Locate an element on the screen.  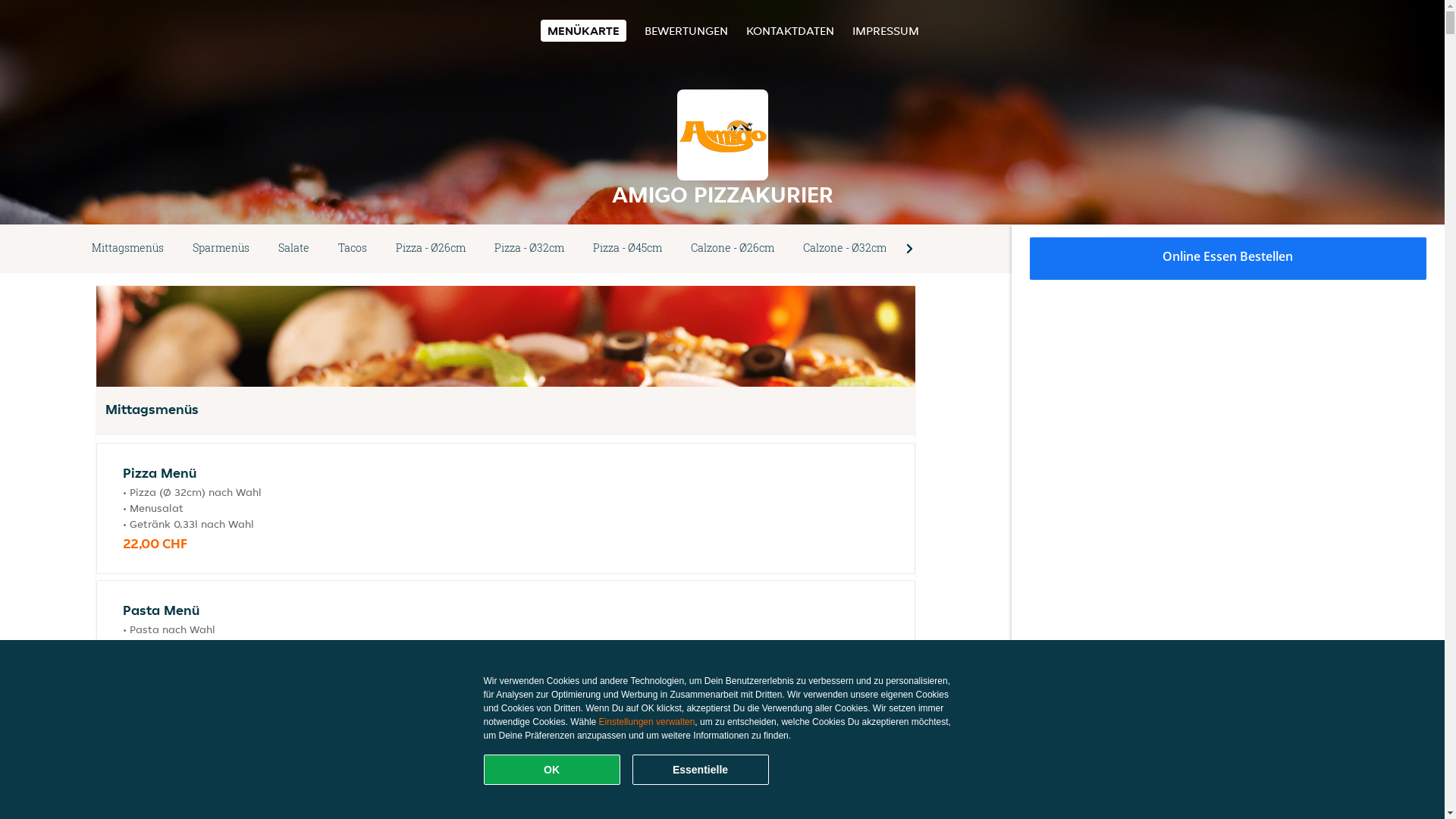
'Einstellungen verwalten' is located at coordinates (647, 721).